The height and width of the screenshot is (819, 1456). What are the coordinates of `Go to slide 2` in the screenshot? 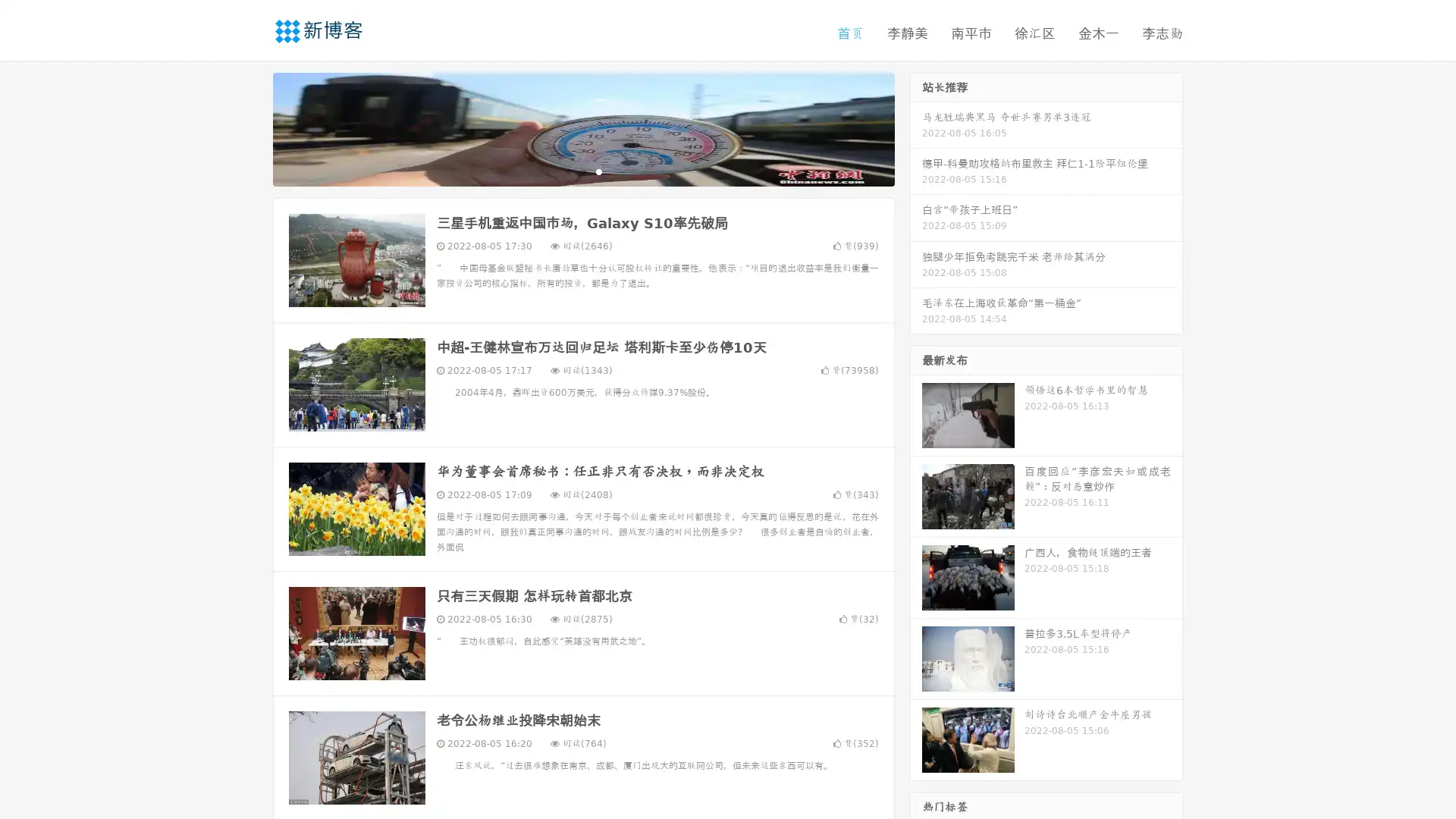 It's located at (582, 171).